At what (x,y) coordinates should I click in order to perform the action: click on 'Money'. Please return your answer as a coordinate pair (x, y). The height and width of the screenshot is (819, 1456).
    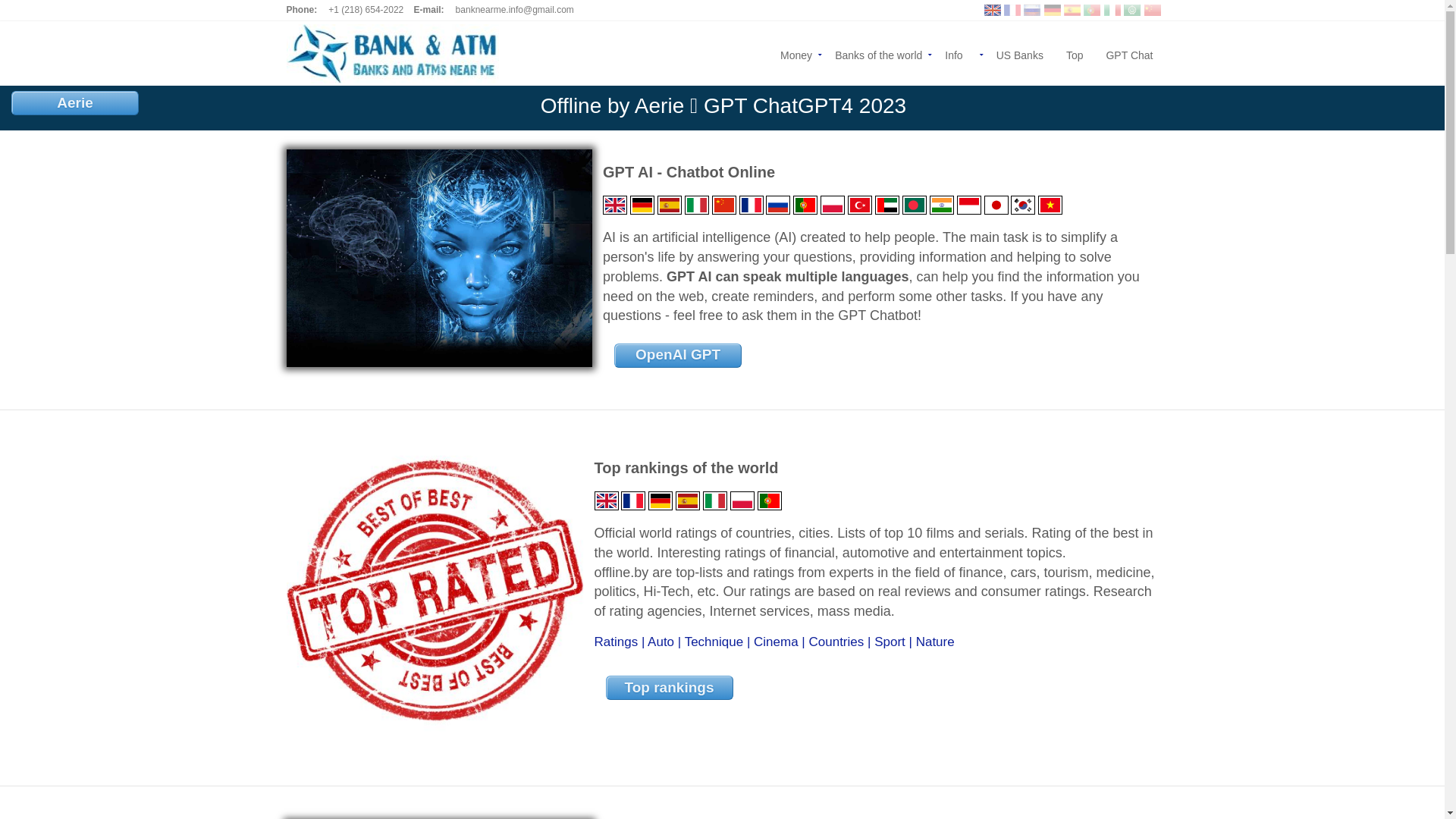
    Looking at the image, I should click on (768, 52).